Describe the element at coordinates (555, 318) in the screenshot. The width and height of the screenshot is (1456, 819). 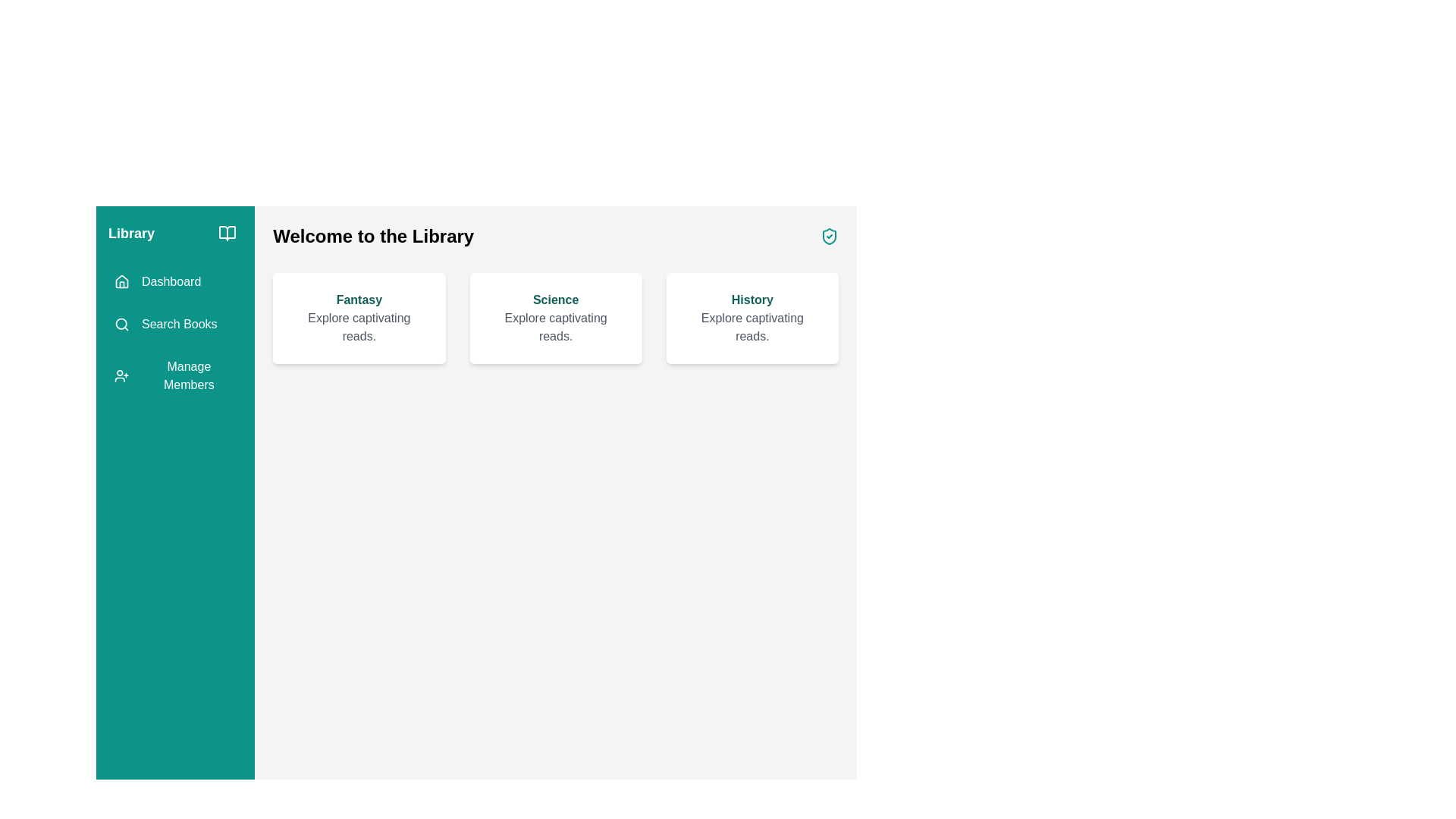
I see `the 'Science' informational card, which is the second card in a horizontal row of three cards` at that location.